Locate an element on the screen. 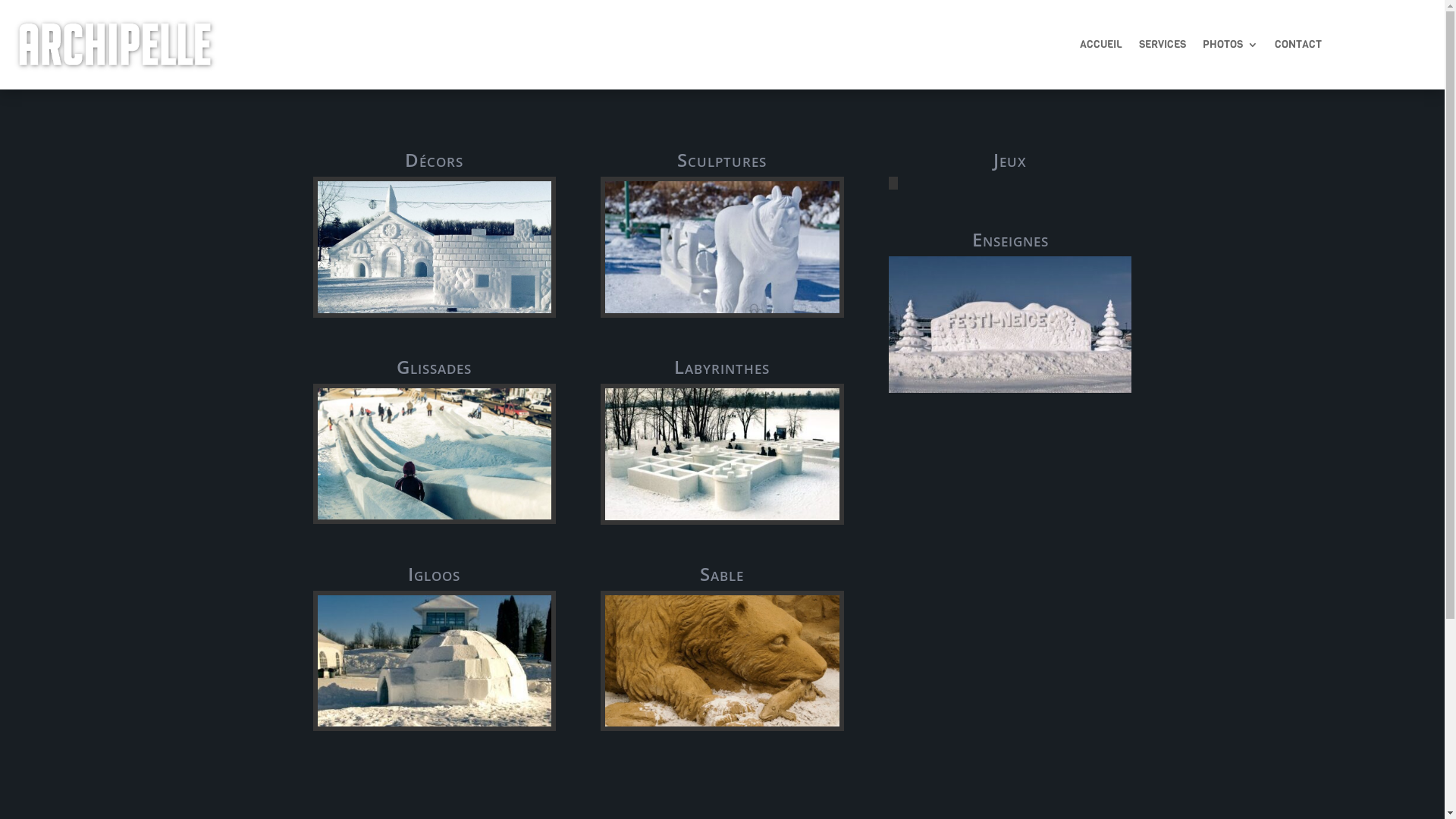 The width and height of the screenshot is (1456, 819). 'PHOTOS' is located at coordinates (1230, 46).